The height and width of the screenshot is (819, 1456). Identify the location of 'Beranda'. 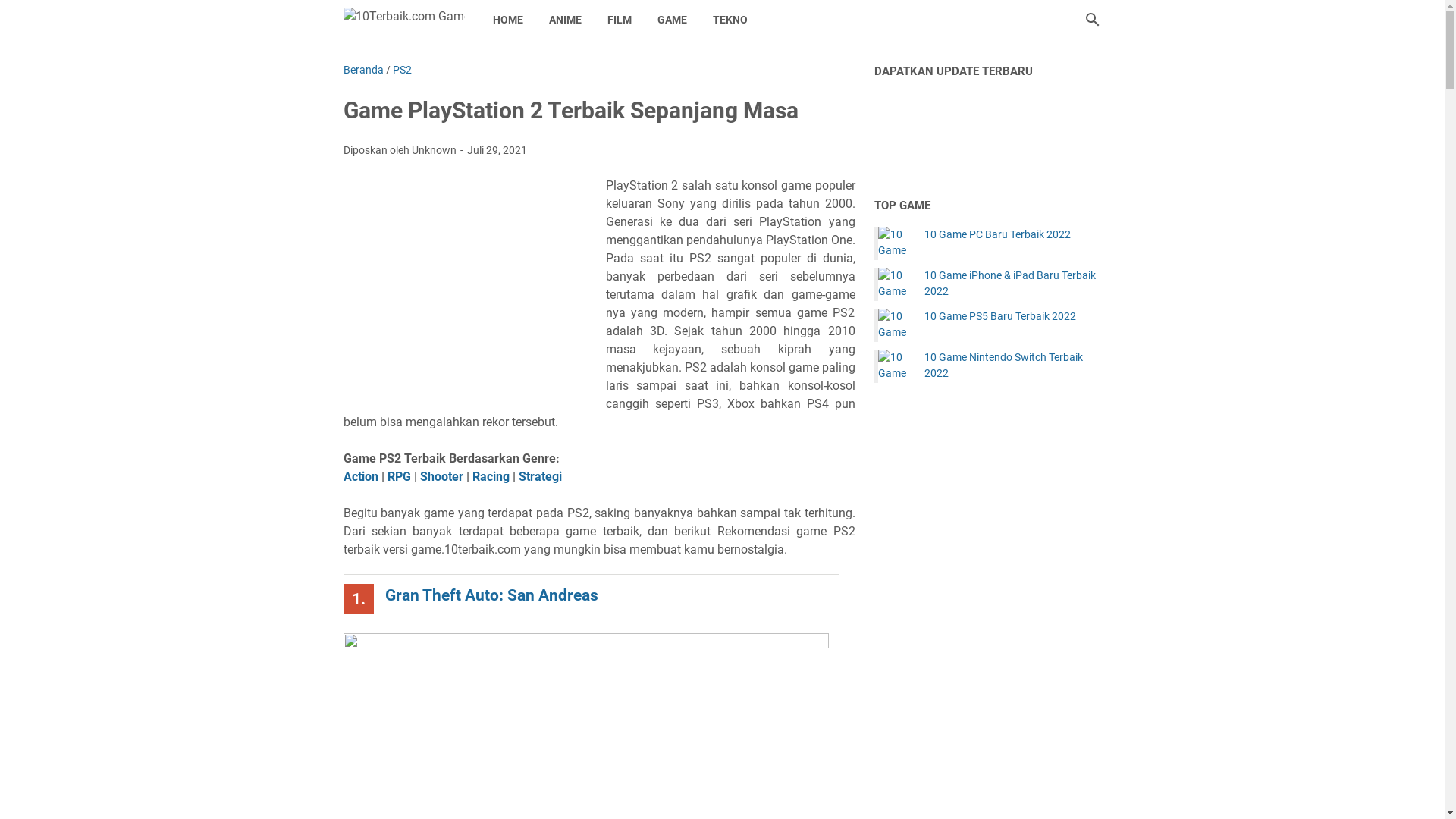
(362, 70).